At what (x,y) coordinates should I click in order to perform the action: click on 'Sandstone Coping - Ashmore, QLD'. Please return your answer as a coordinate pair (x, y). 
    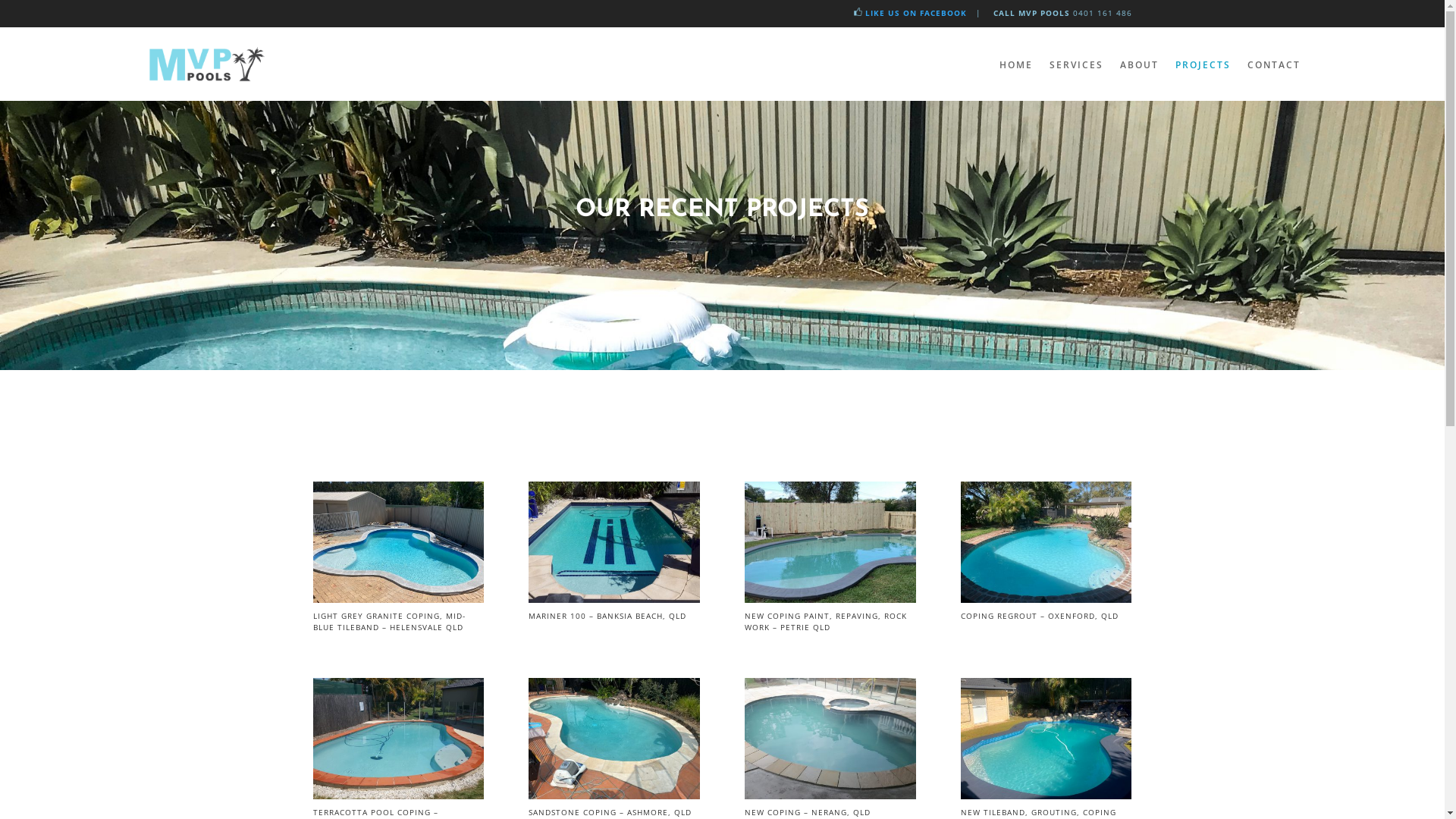
    Looking at the image, I should click on (613, 794).